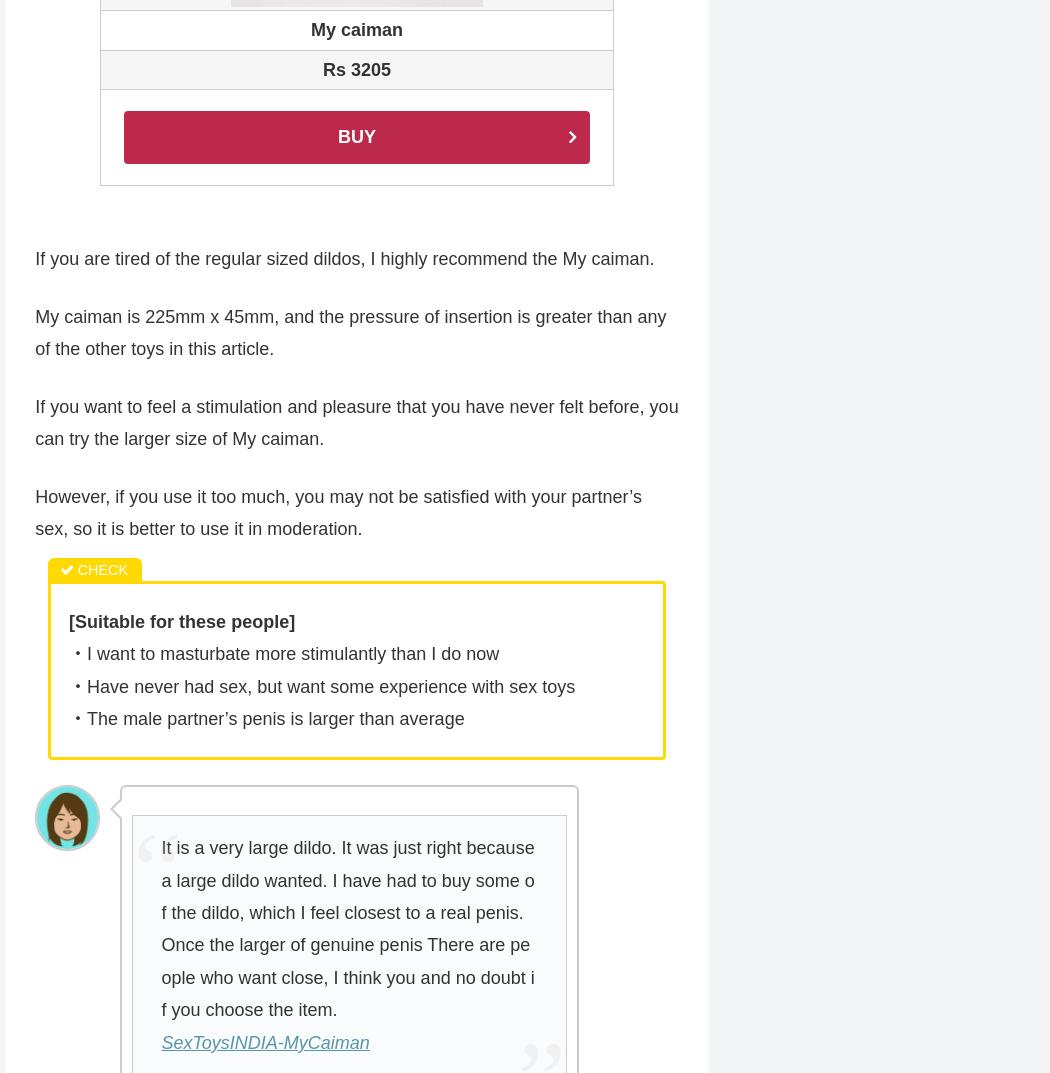 This screenshot has width=1050, height=1073. Describe the element at coordinates (355, 71) in the screenshot. I see `'Rs 3205'` at that location.